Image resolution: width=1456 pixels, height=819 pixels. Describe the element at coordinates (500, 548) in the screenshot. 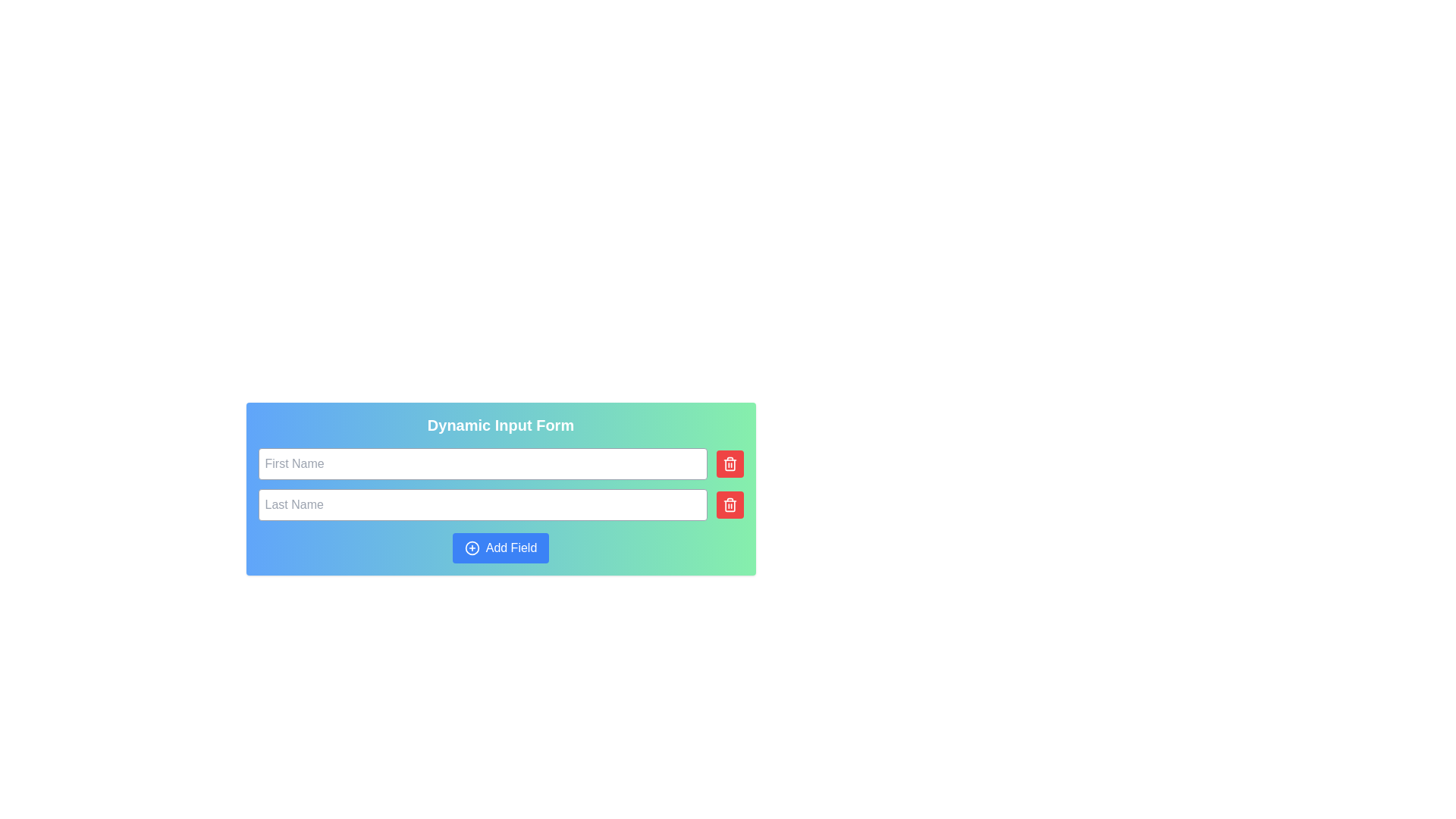

I see `the 'Add Field' button, which is a rectangular button with rounded corners, blue background, and white text, located at the bottom of the form card` at that location.